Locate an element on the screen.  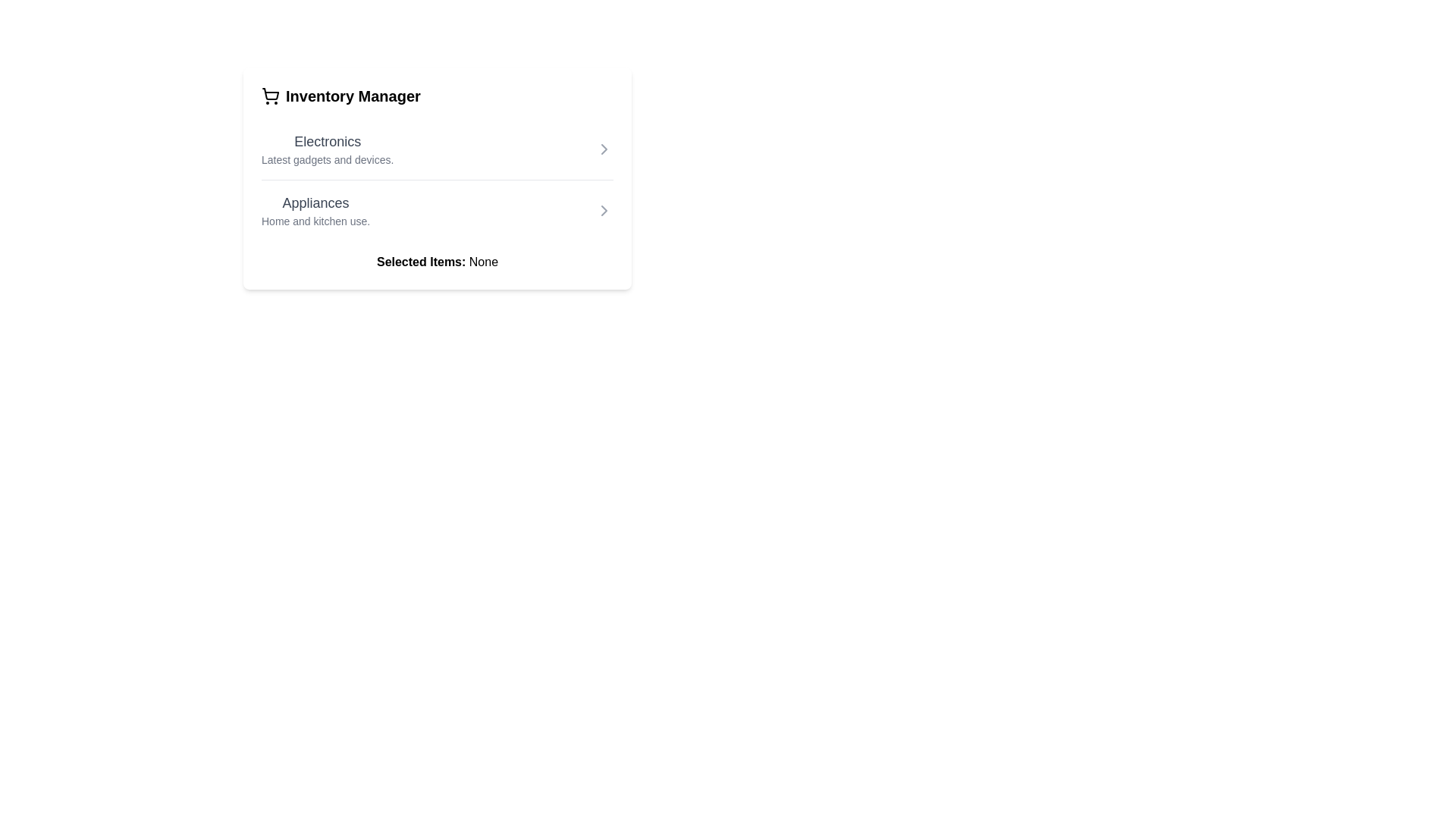
the rightward-facing chevron icon styled with a gray color located at the far-right of the 'Appliances' row in the 'Inventory Manager' section is located at coordinates (603, 210).